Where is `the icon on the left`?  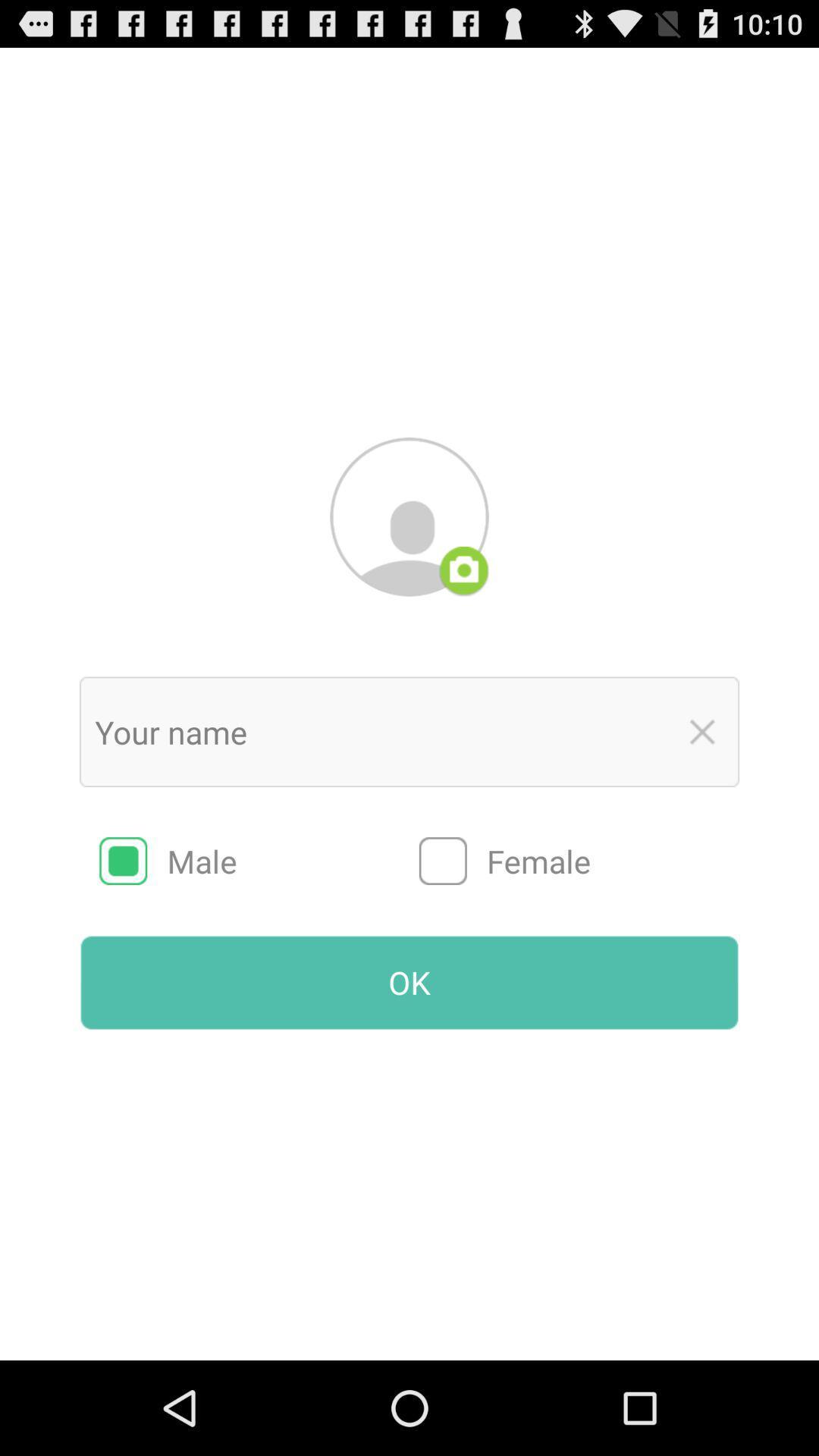
the icon on the left is located at coordinates (259, 861).